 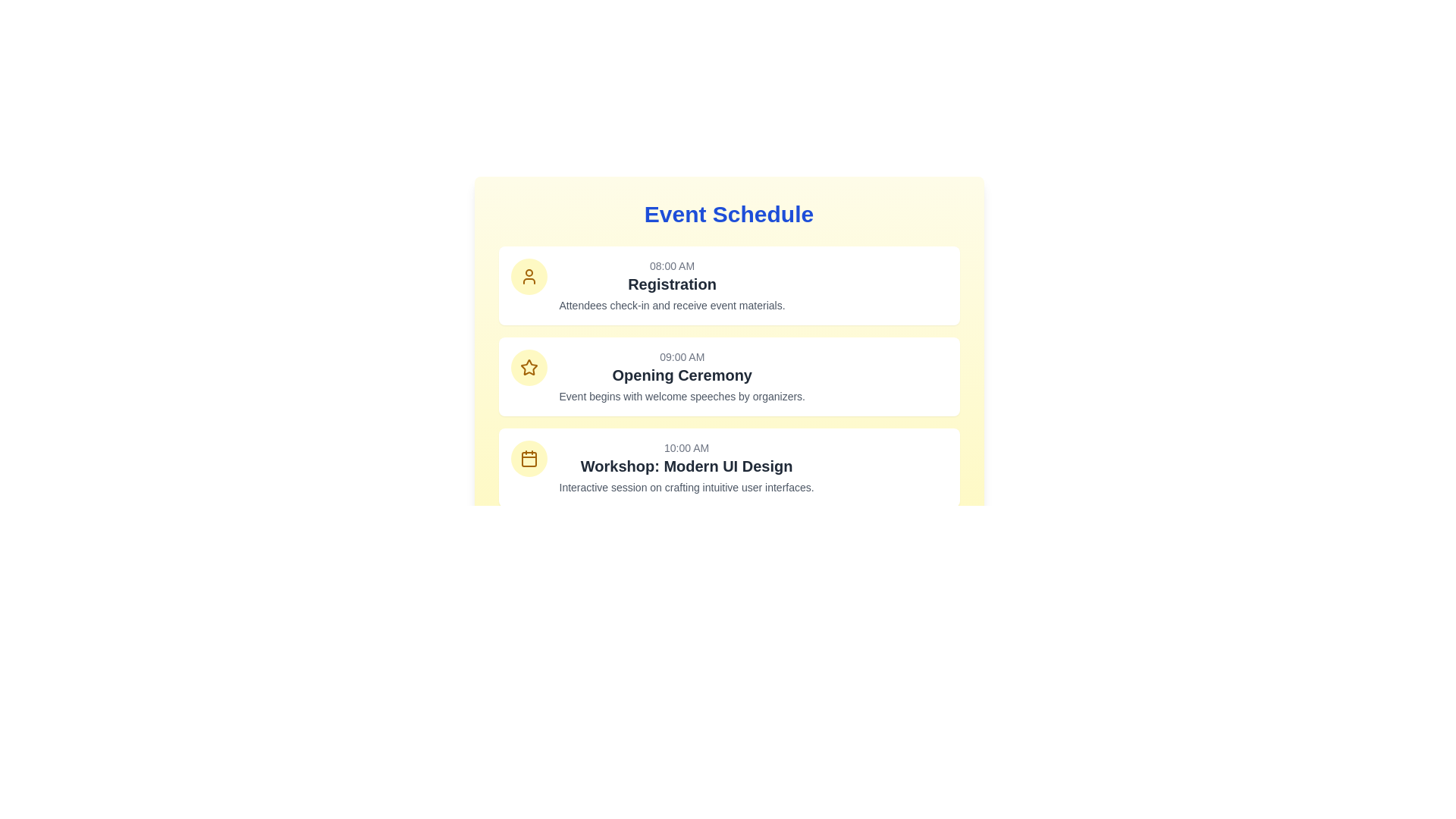 I want to click on the user silhouette icon with a brown outline, which is centered within a circular yellow background, located in the left section of the first event entry titled 'Registration', so click(x=529, y=277).